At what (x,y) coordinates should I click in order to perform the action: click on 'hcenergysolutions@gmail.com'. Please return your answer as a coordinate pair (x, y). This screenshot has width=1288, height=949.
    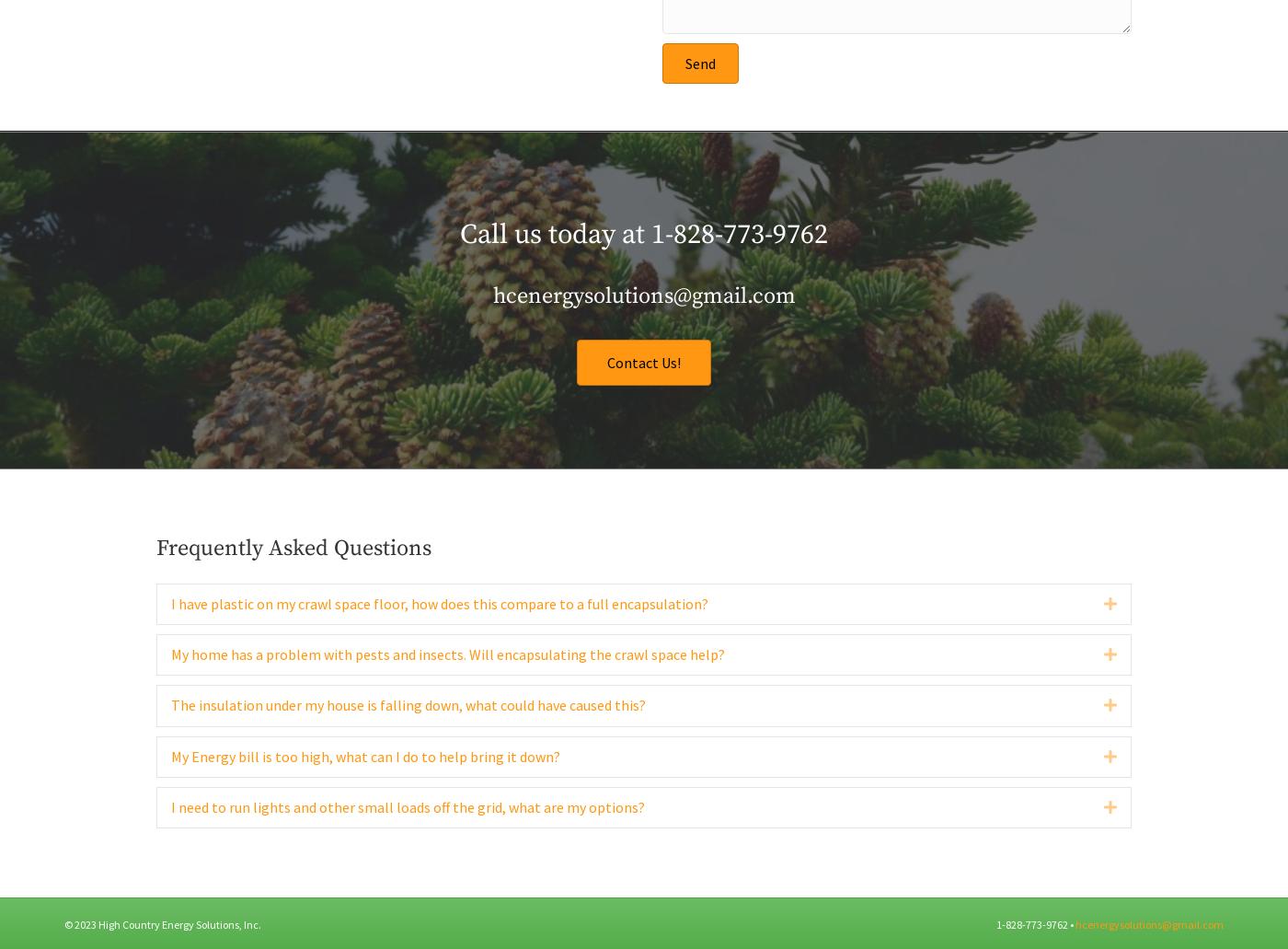
    Looking at the image, I should click on (491, 333).